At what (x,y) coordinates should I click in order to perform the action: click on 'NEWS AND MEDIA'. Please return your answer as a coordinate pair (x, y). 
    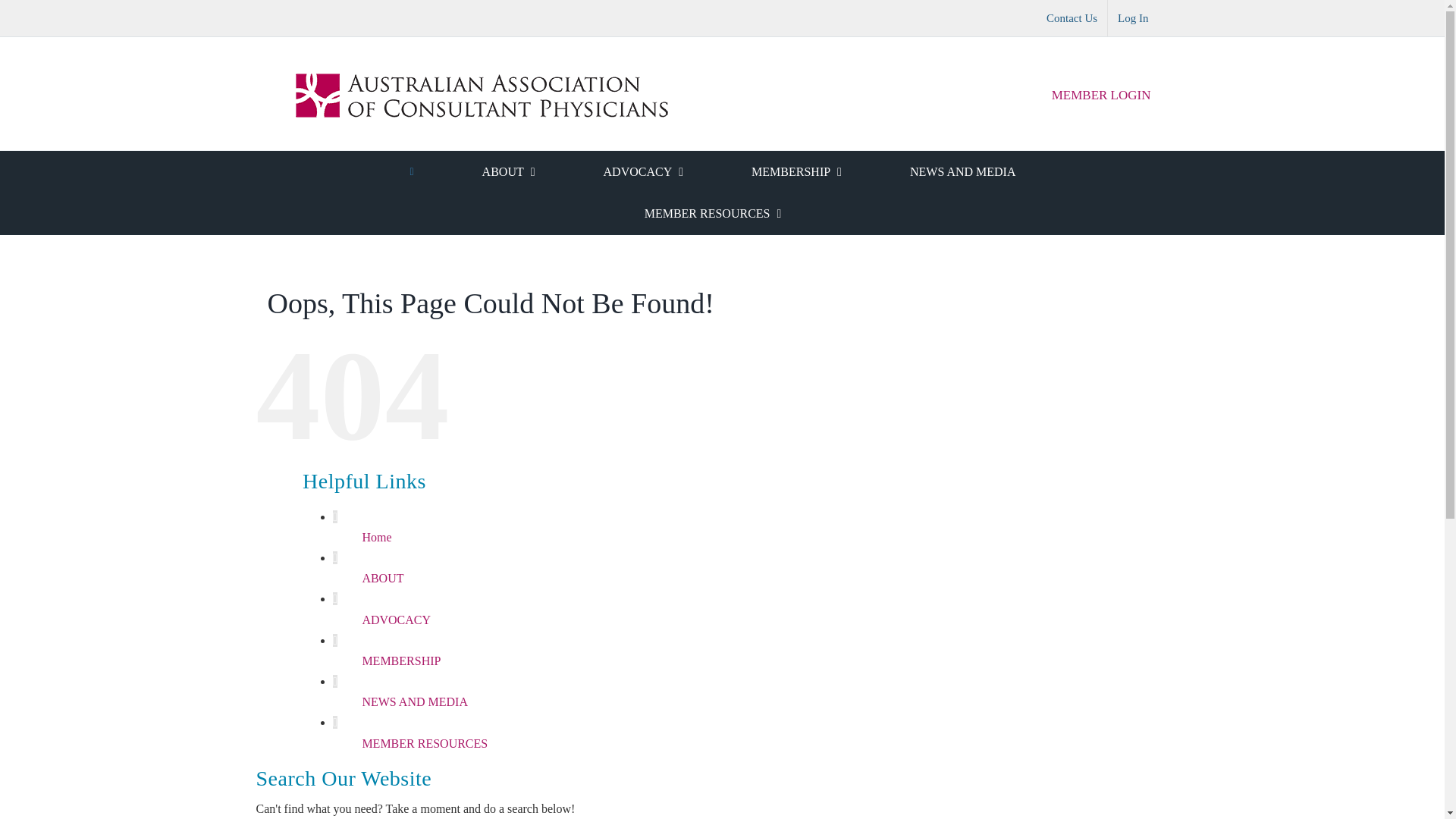
    Looking at the image, I should click on (962, 171).